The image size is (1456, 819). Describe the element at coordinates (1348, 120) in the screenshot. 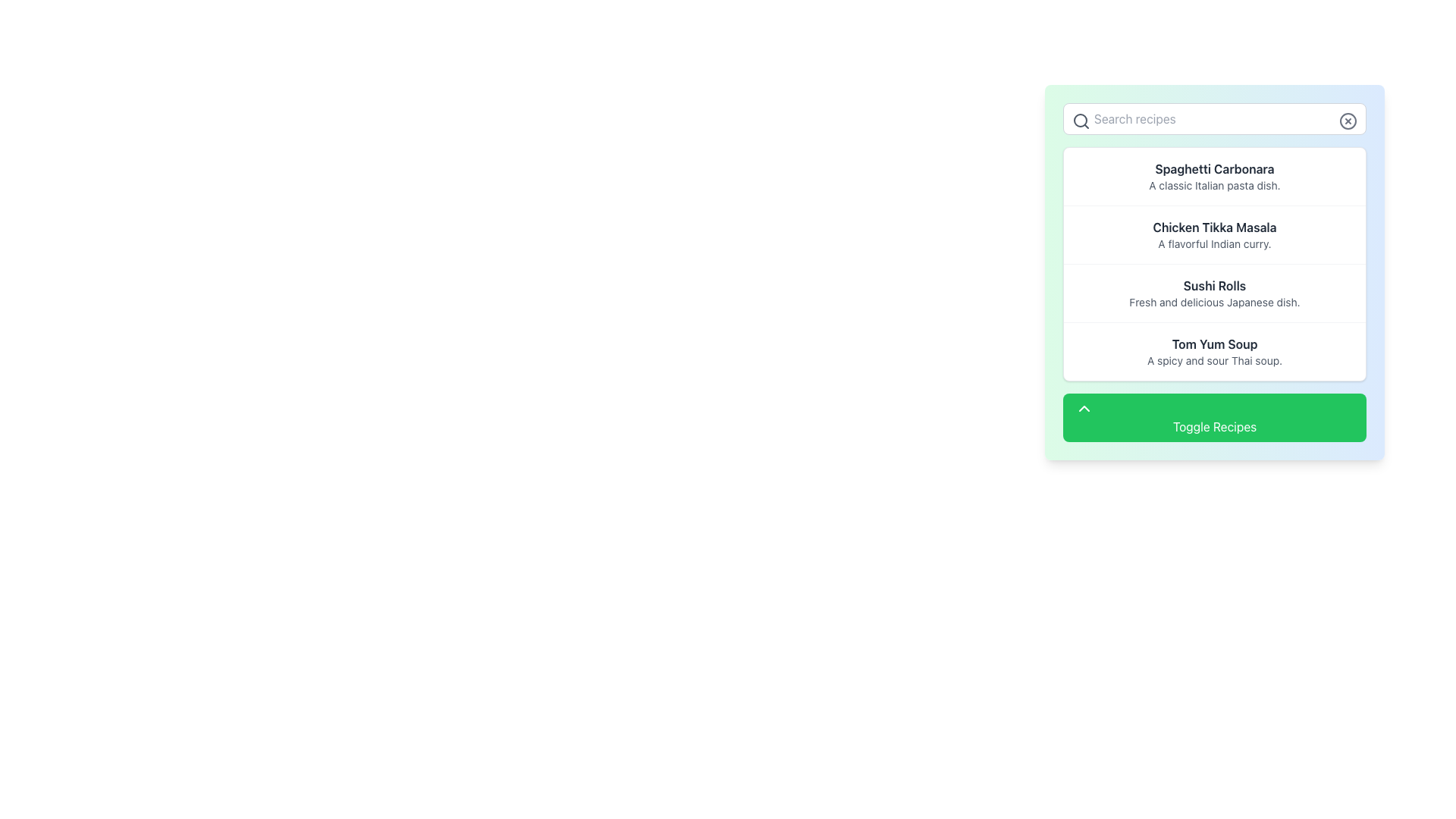

I see `the visual representation of the circular close icon located at the top-right corner of the search box interface` at that location.